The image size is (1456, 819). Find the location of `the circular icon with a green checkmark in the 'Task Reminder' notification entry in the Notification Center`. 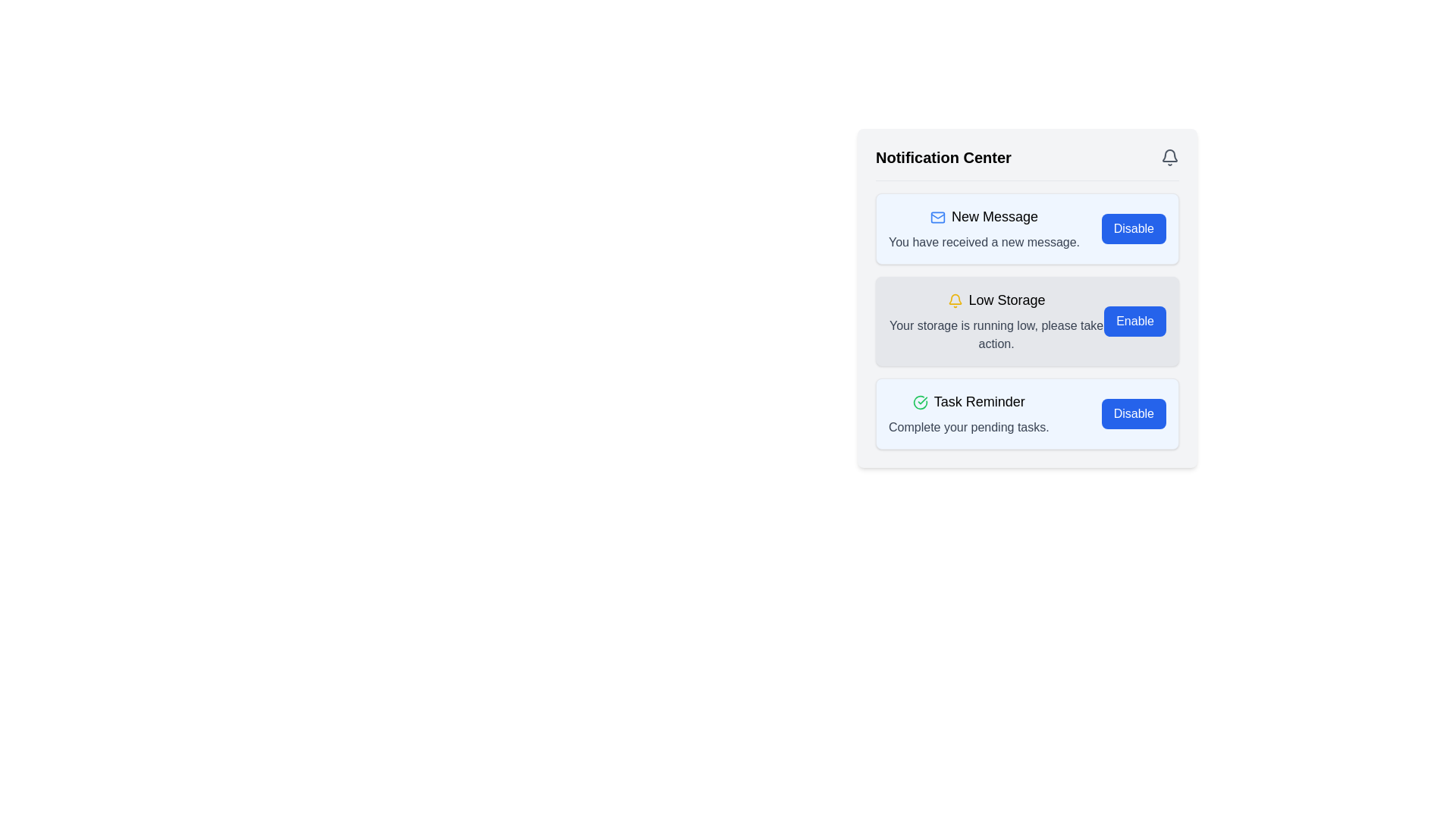

the circular icon with a green checkmark in the 'Task Reminder' notification entry in the Notification Center is located at coordinates (919, 402).